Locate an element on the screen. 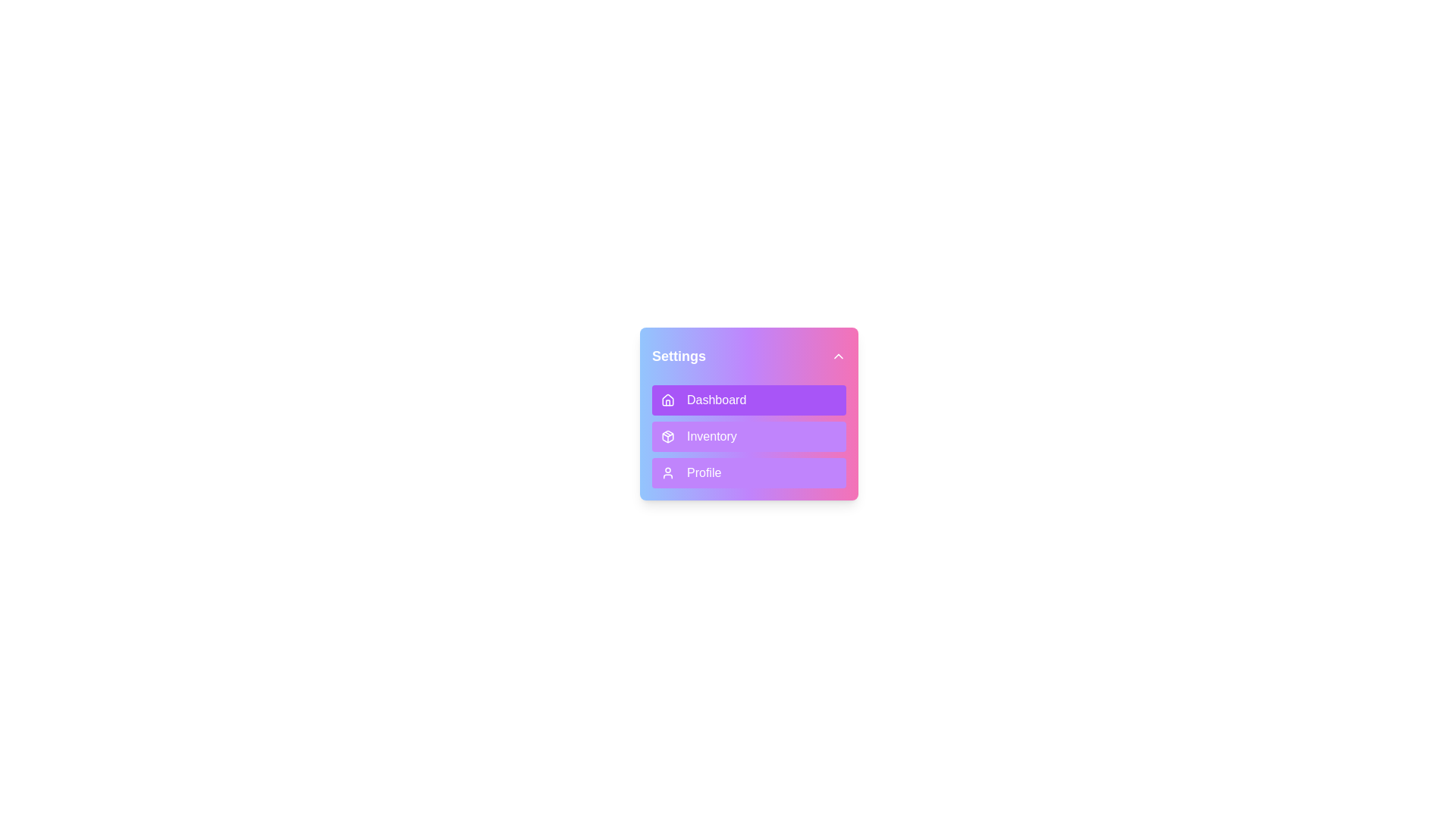 This screenshot has height=819, width=1456. the icon of the menu item Inventory is located at coordinates (667, 436).